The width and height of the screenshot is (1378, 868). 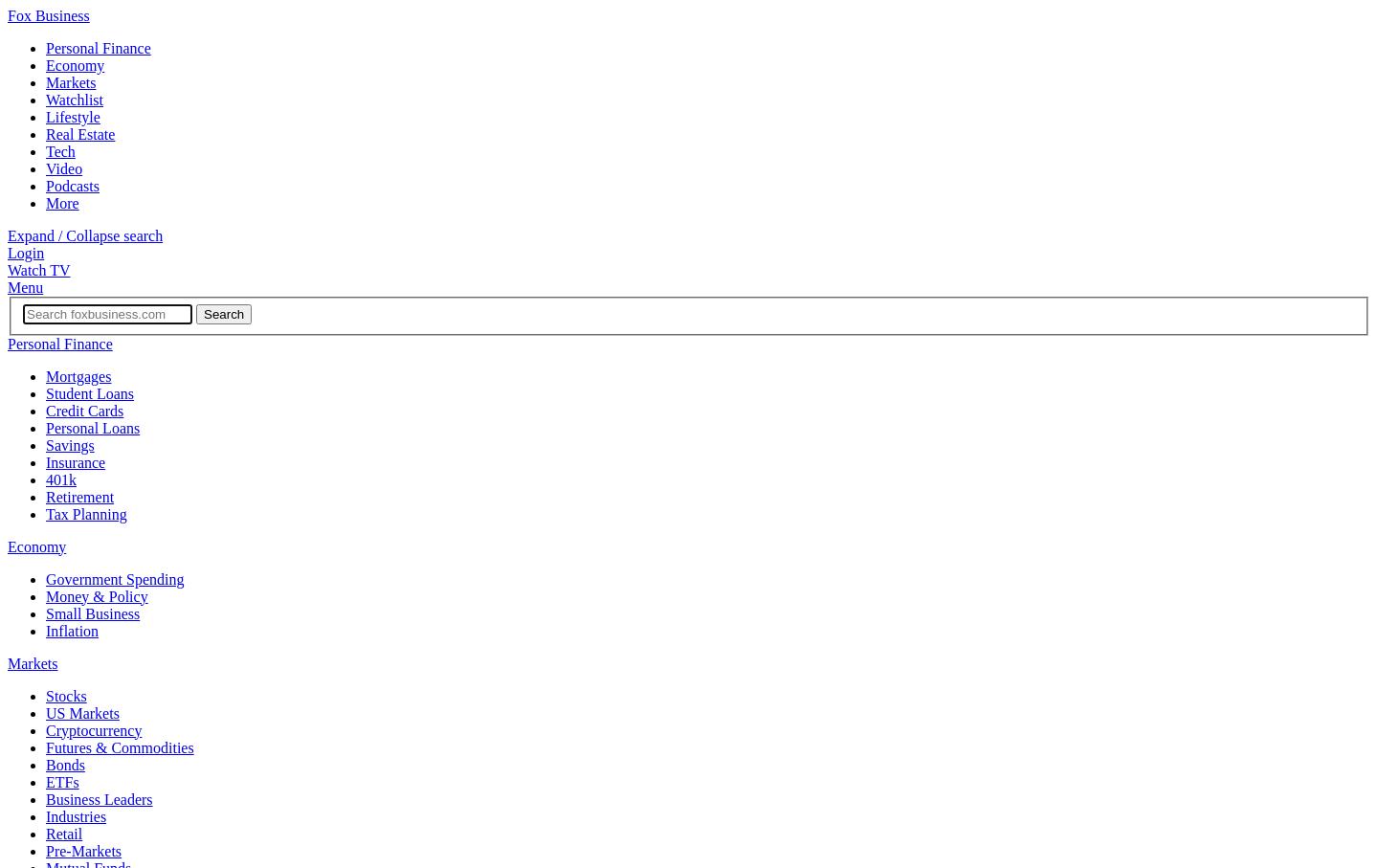 What do you see at coordinates (61, 781) in the screenshot?
I see `'ETFs'` at bounding box center [61, 781].